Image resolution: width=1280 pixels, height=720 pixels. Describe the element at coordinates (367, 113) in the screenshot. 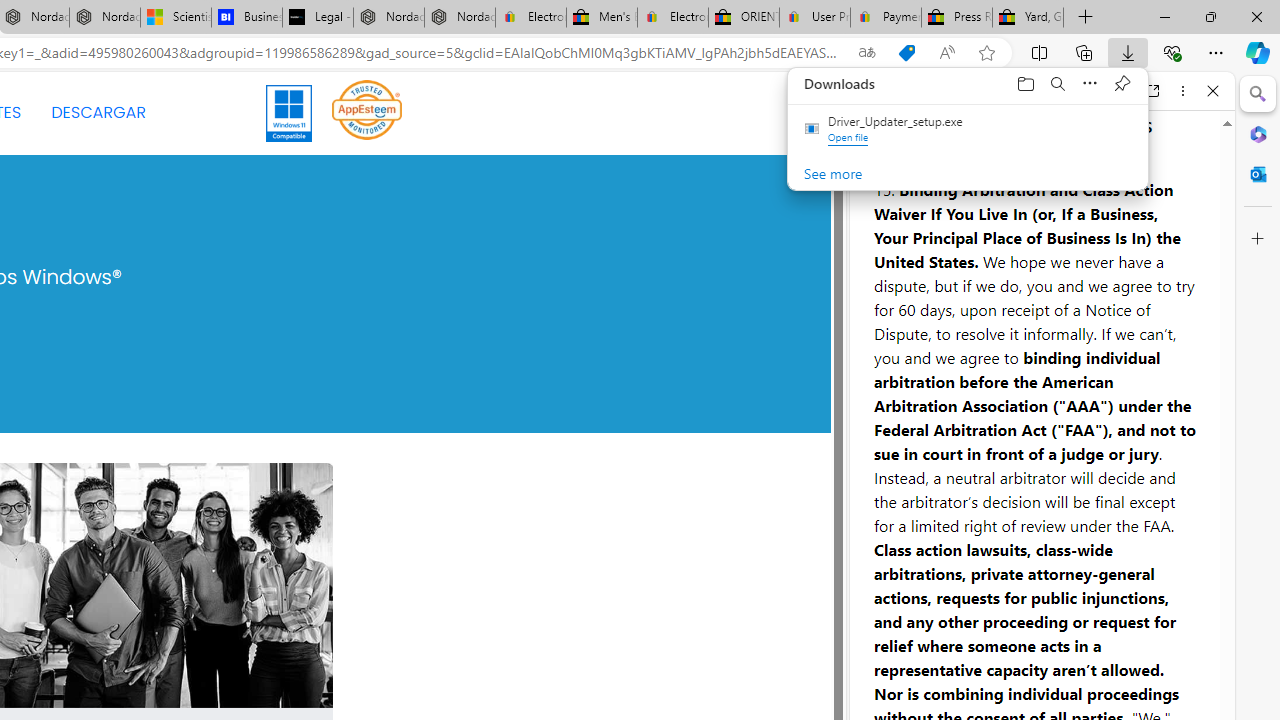

I see `'App Esteem'` at that location.